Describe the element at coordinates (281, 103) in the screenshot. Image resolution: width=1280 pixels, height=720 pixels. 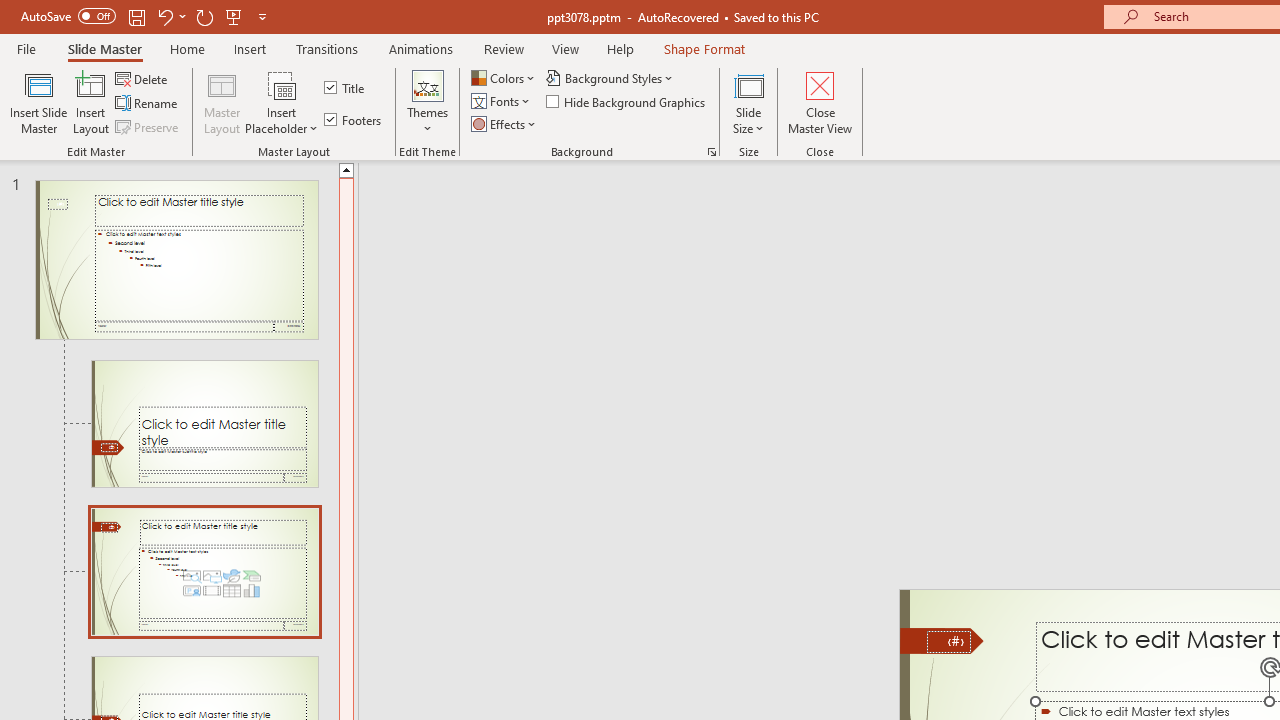
I see `'Insert Placeholder'` at that location.